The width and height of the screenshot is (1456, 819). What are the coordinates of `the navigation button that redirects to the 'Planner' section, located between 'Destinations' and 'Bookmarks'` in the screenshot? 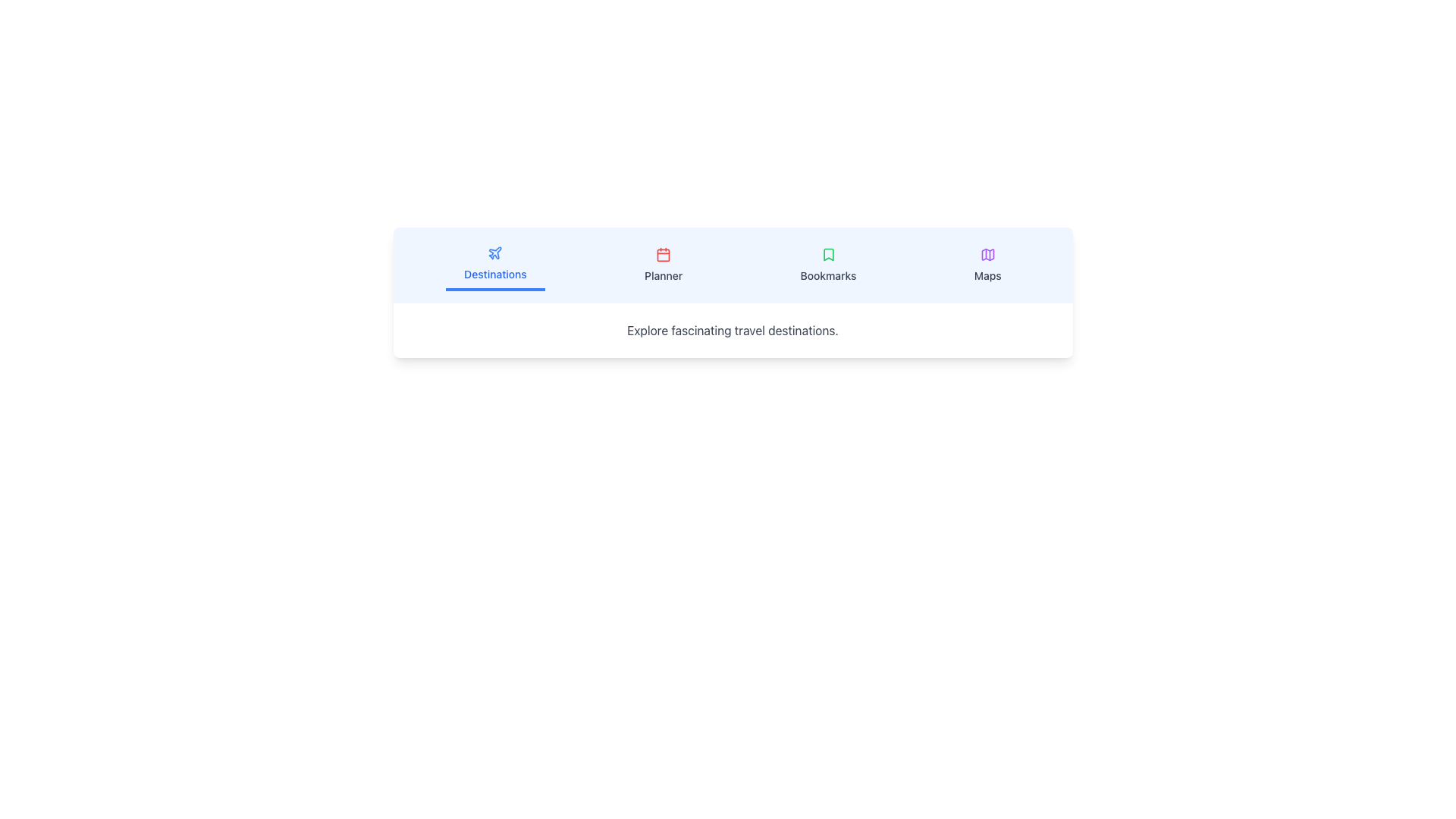 It's located at (664, 265).